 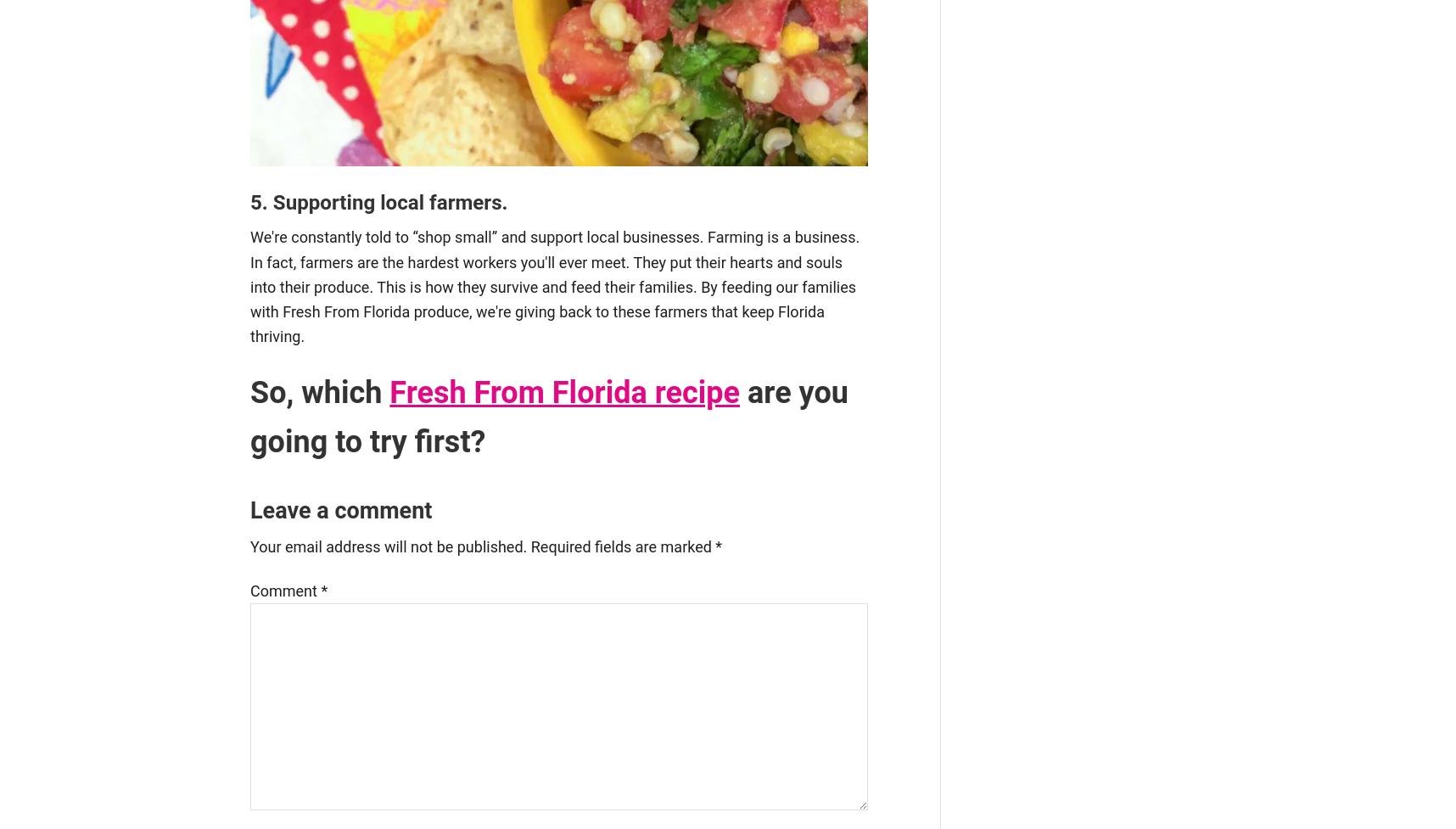 I want to click on 'are you going to try first?', so click(x=249, y=416).